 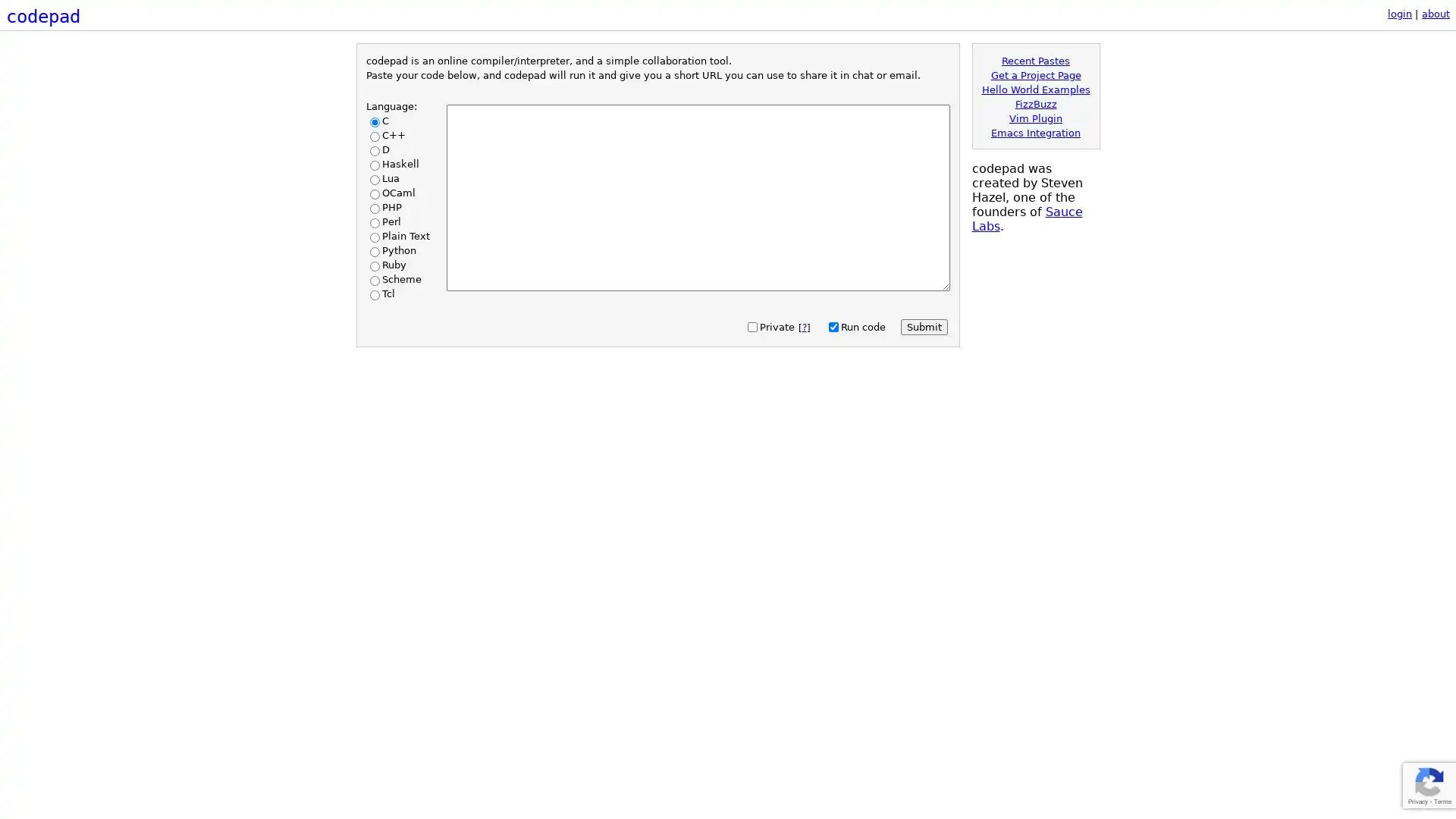 I want to click on Submit, so click(x=923, y=326).